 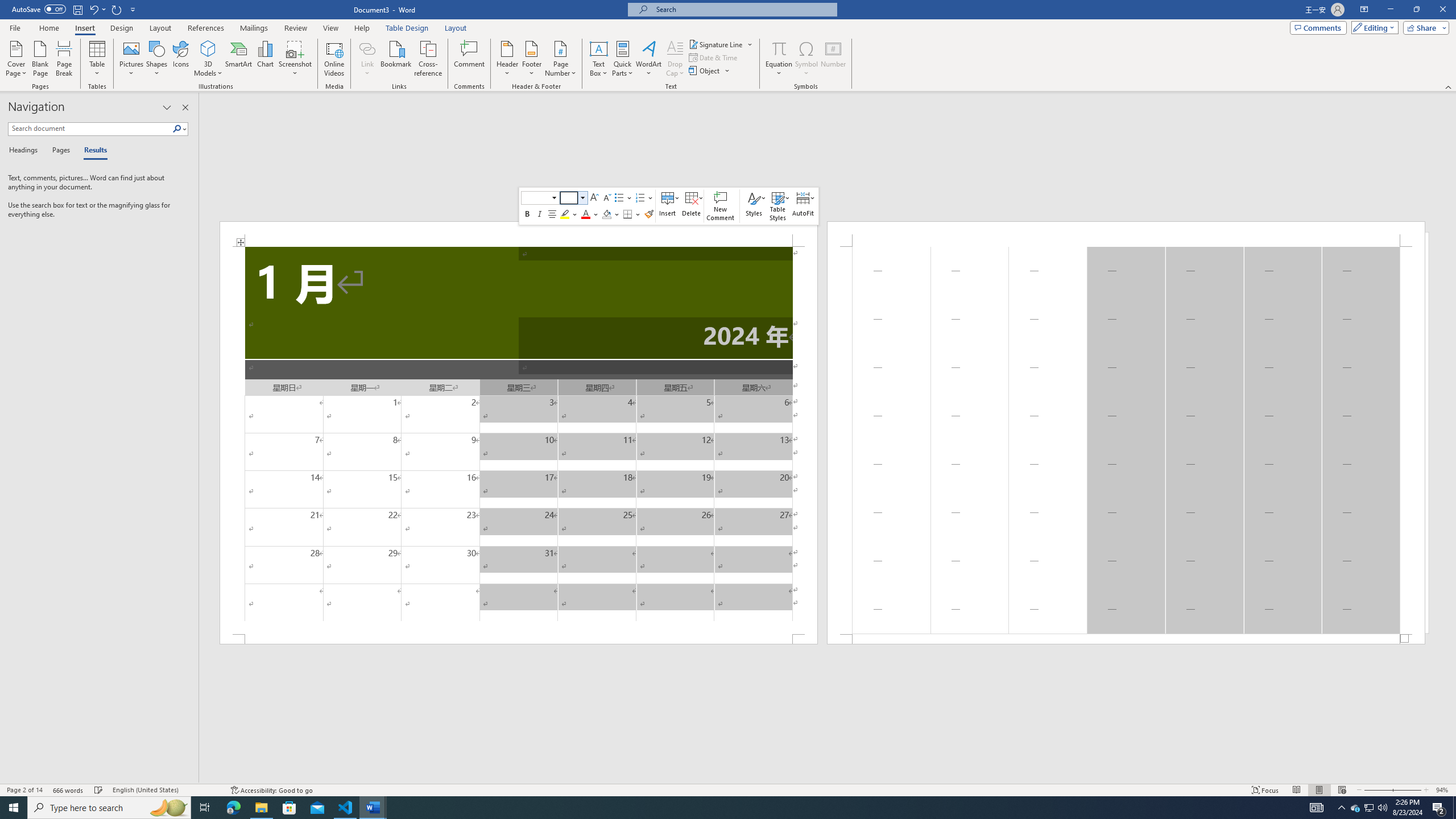 I want to click on 'Table', so click(x=97, y=59).